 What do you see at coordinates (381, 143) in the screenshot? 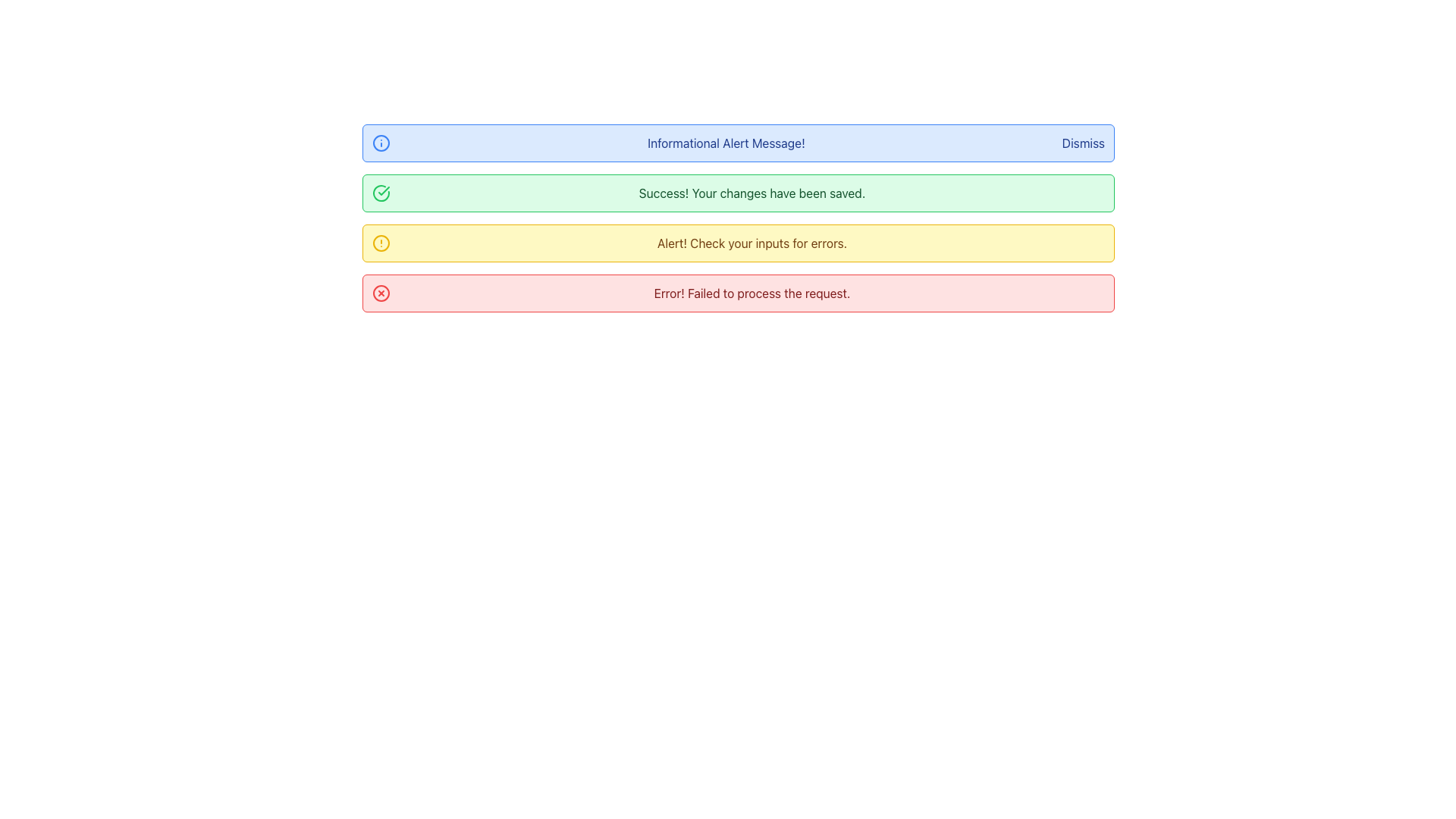
I see `the Decorative Circle, which is a circular component located centrally within the blue 'info' icon on the left side of the alert message banner` at bounding box center [381, 143].